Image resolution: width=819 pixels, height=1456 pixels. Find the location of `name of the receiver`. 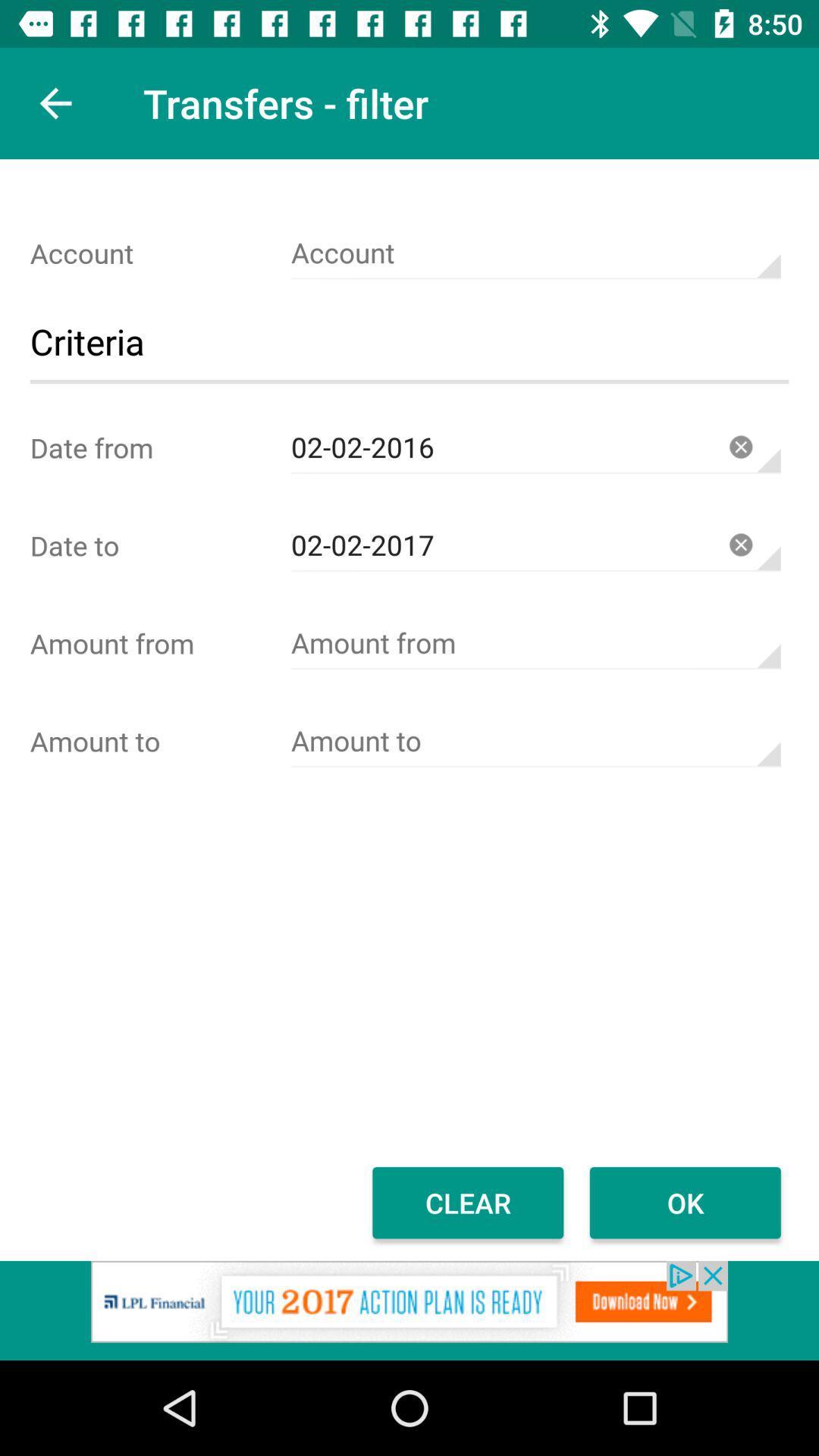

name of the receiver is located at coordinates (535, 741).